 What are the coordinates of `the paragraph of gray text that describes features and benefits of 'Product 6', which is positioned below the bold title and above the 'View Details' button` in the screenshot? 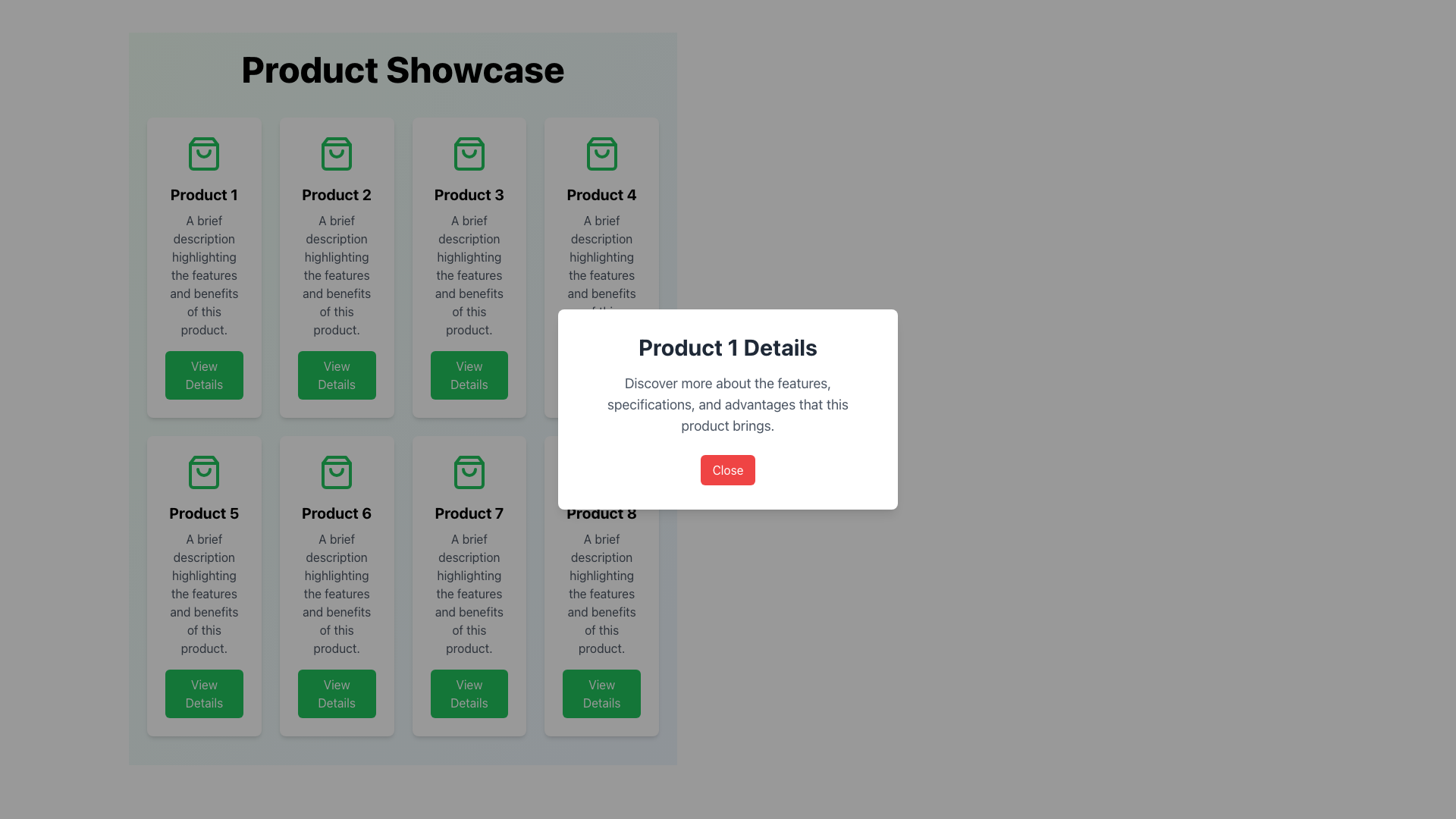 It's located at (336, 593).